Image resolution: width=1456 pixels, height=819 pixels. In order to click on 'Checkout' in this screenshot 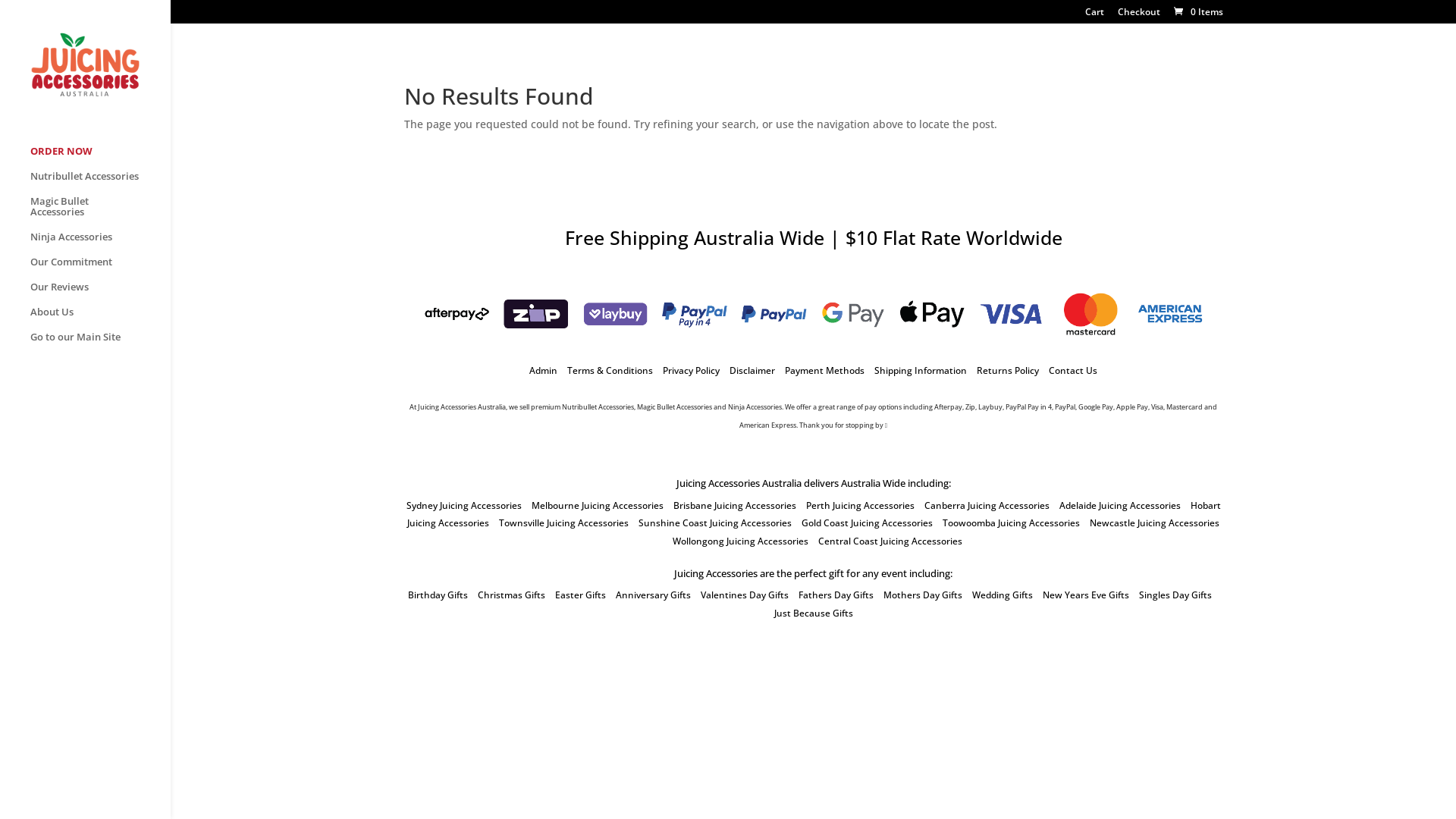, I will do `click(1139, 15)`.